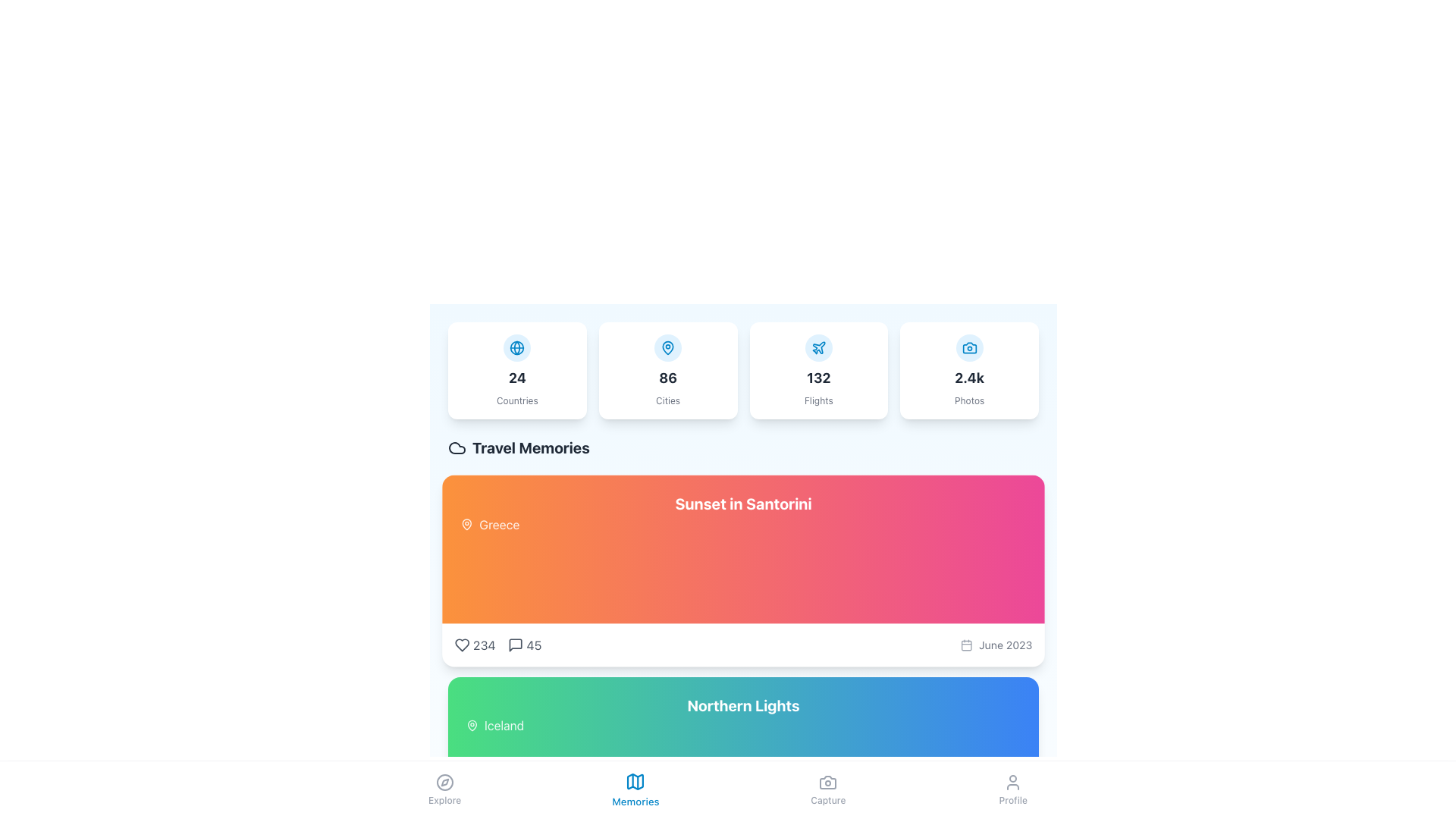  What do you see at coordinates (517, 371) in the screenshot?
I see `the Informational Card that displays a summary statistic about the number of countries associated with the user, located in the upper-left corner of the grid layout` at bounding box center [517, 371].